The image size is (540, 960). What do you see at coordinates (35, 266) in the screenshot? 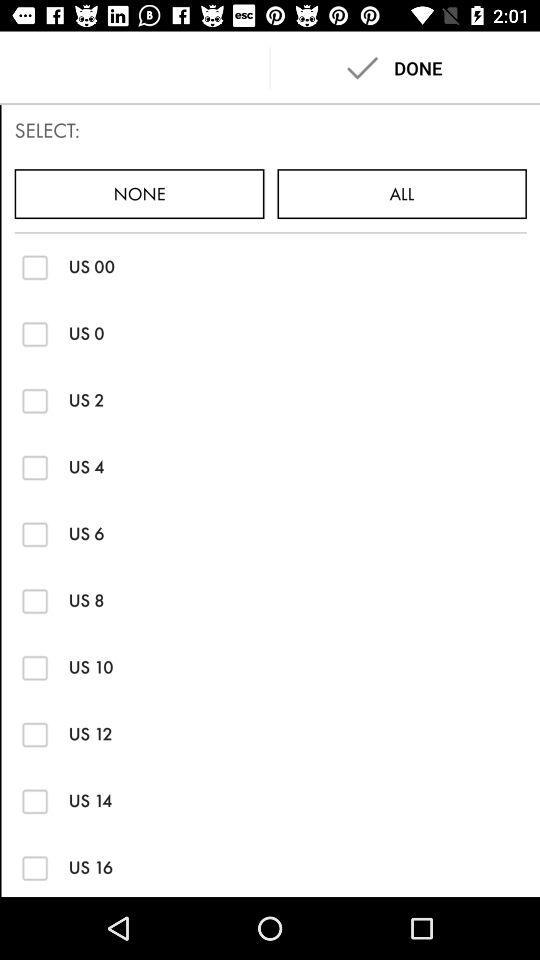
I see `switch us 00 option` at bounding box center [35, 266].